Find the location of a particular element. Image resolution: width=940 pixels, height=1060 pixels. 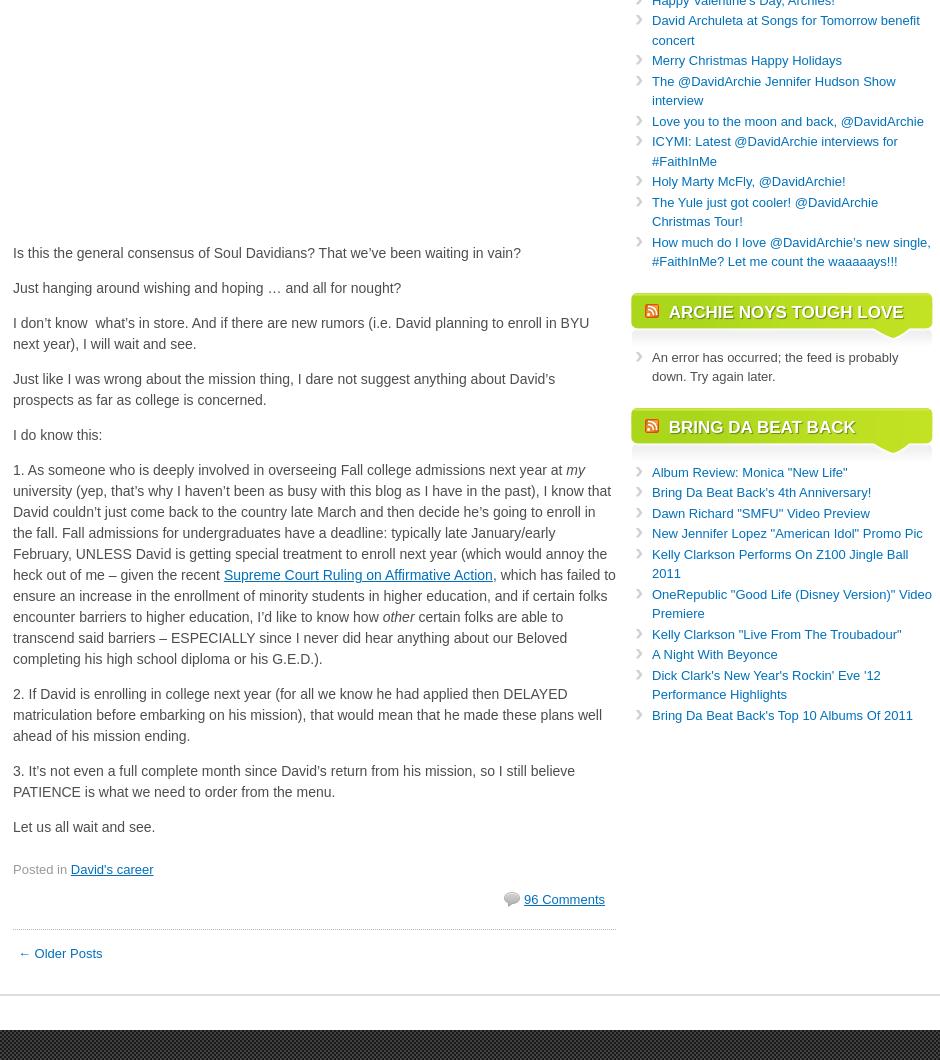

'An error has occurred; the feed is probably down. Try again later.' is located at coordinates (774, 366).